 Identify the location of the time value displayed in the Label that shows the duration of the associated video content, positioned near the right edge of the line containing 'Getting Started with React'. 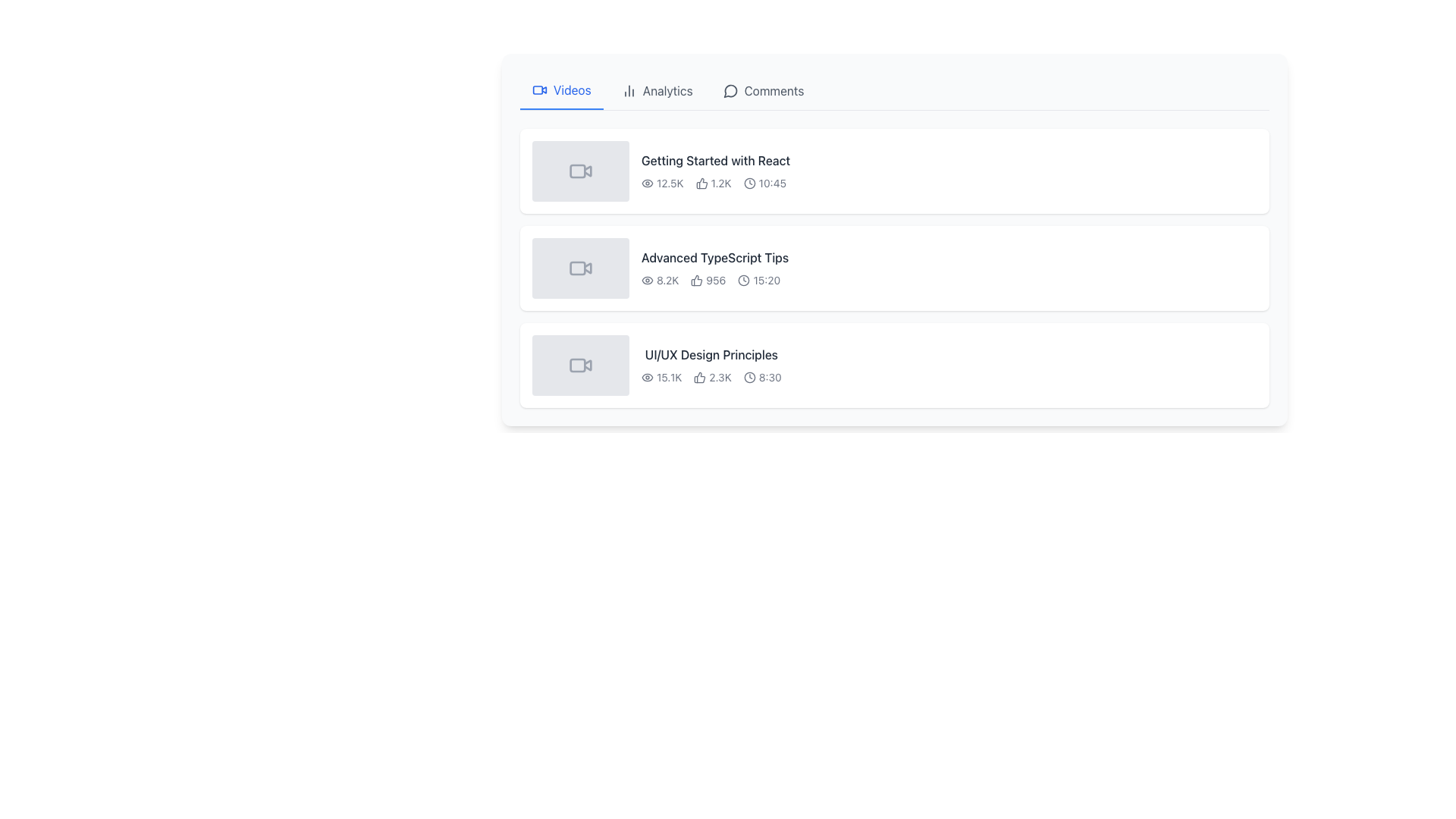
(764, 183).